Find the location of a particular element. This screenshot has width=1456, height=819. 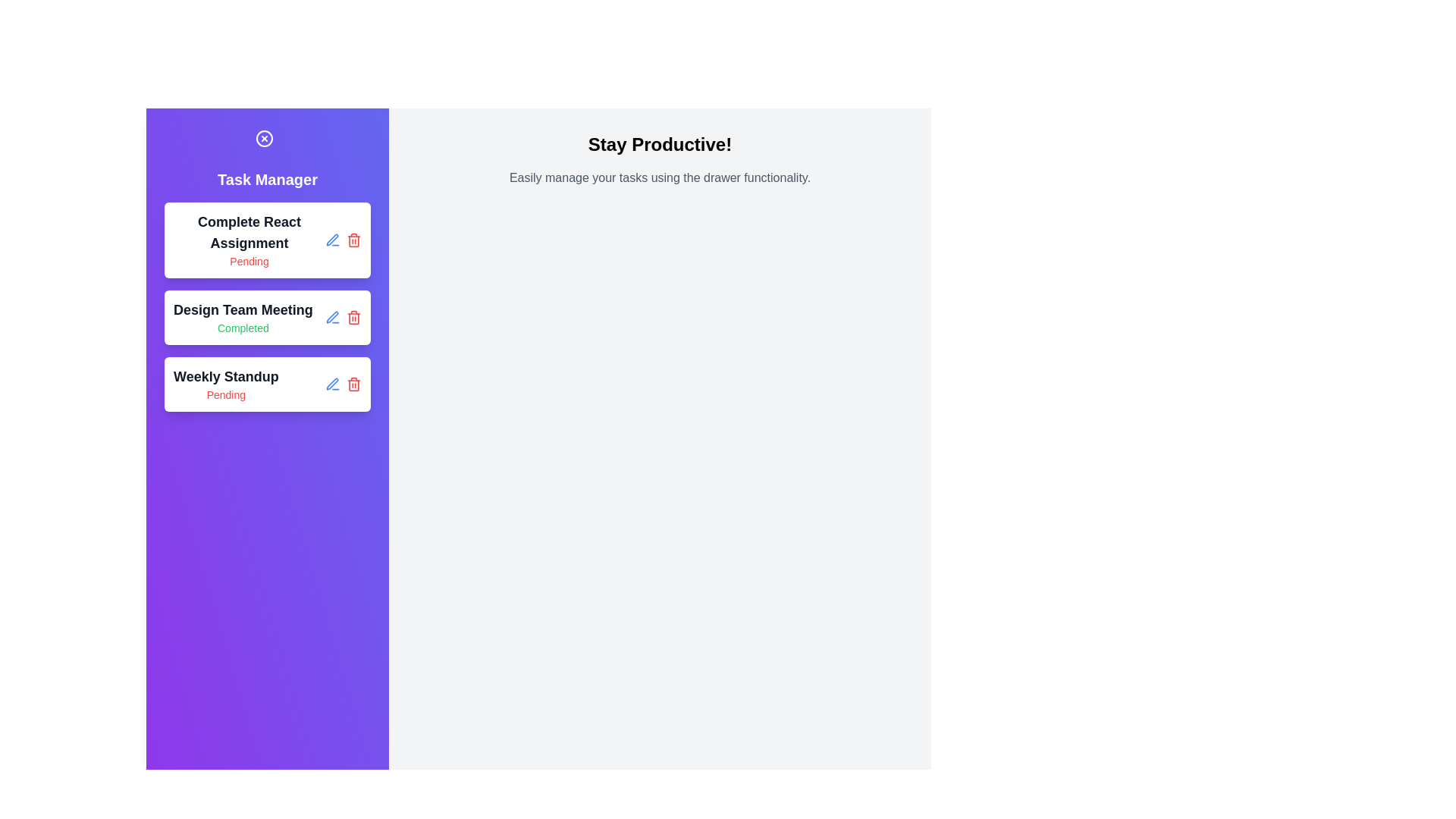

the delete button for the task Complete React Assignment is located at coordinates (353, 239).